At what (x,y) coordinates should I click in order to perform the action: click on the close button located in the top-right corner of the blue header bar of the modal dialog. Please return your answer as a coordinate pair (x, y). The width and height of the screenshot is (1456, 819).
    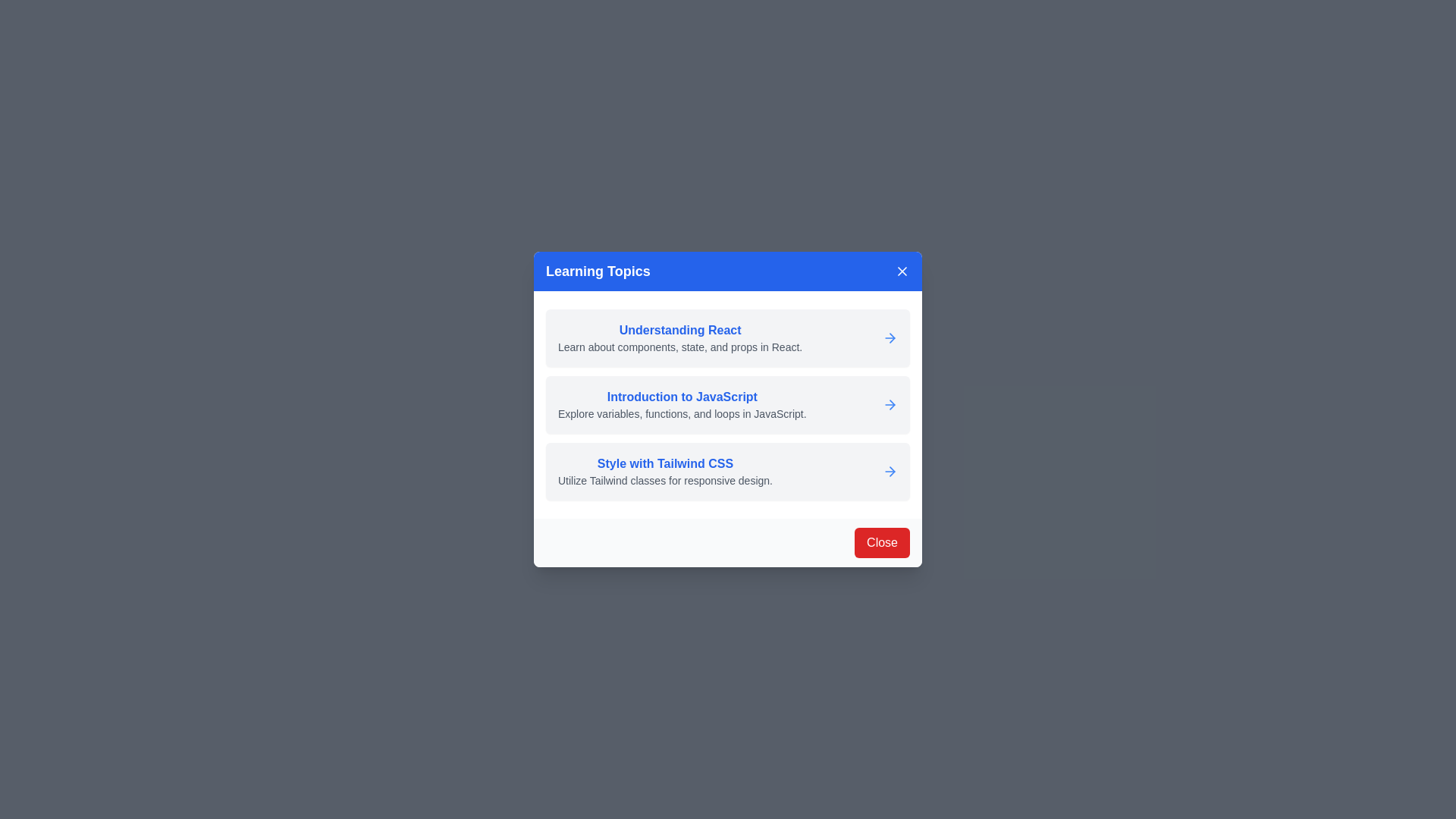
    Looking at the image, I should click on (902, 271).